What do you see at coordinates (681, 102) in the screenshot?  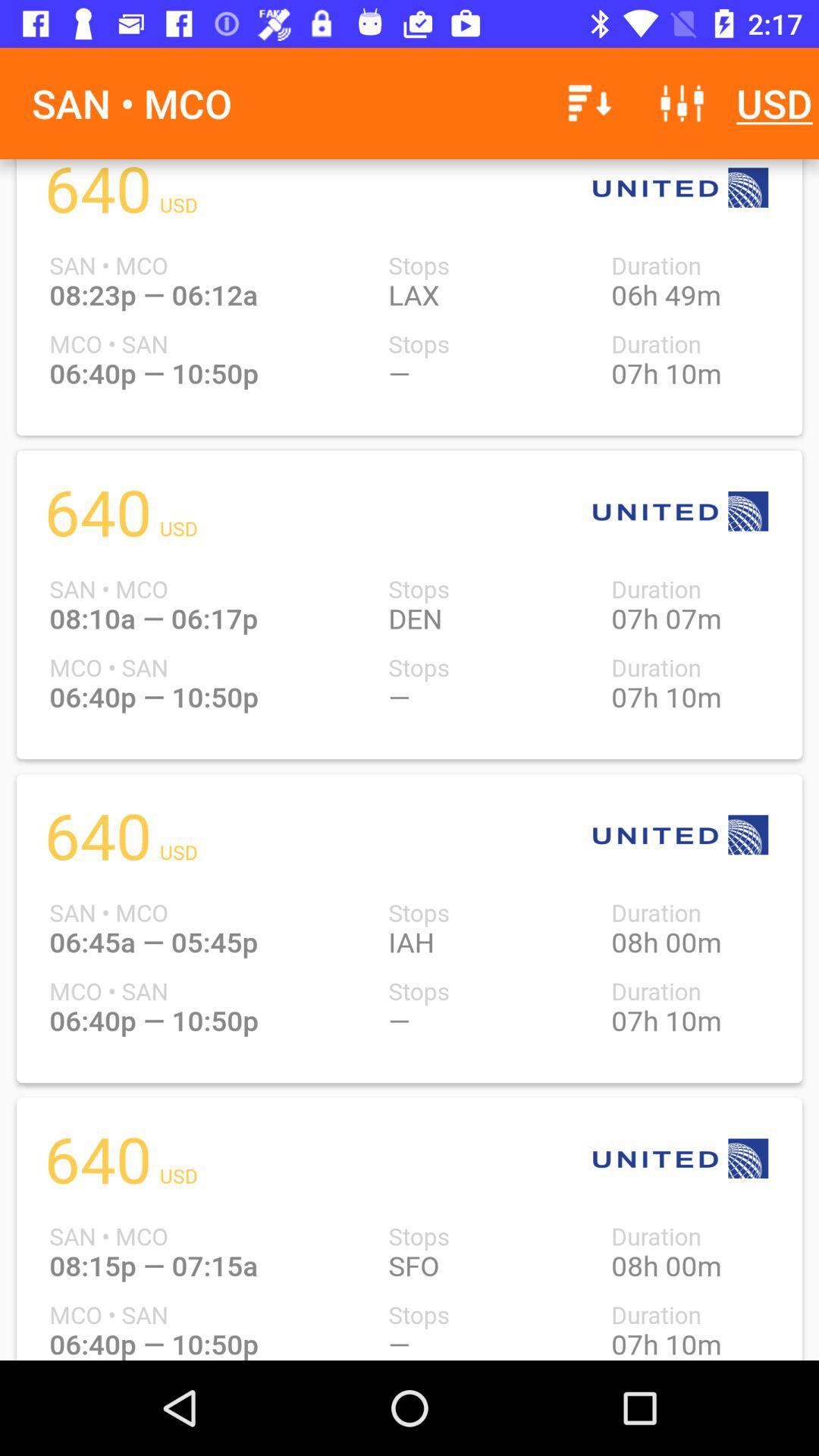 I see `the icon to the left of the usd` at bounding box center [681, 102].